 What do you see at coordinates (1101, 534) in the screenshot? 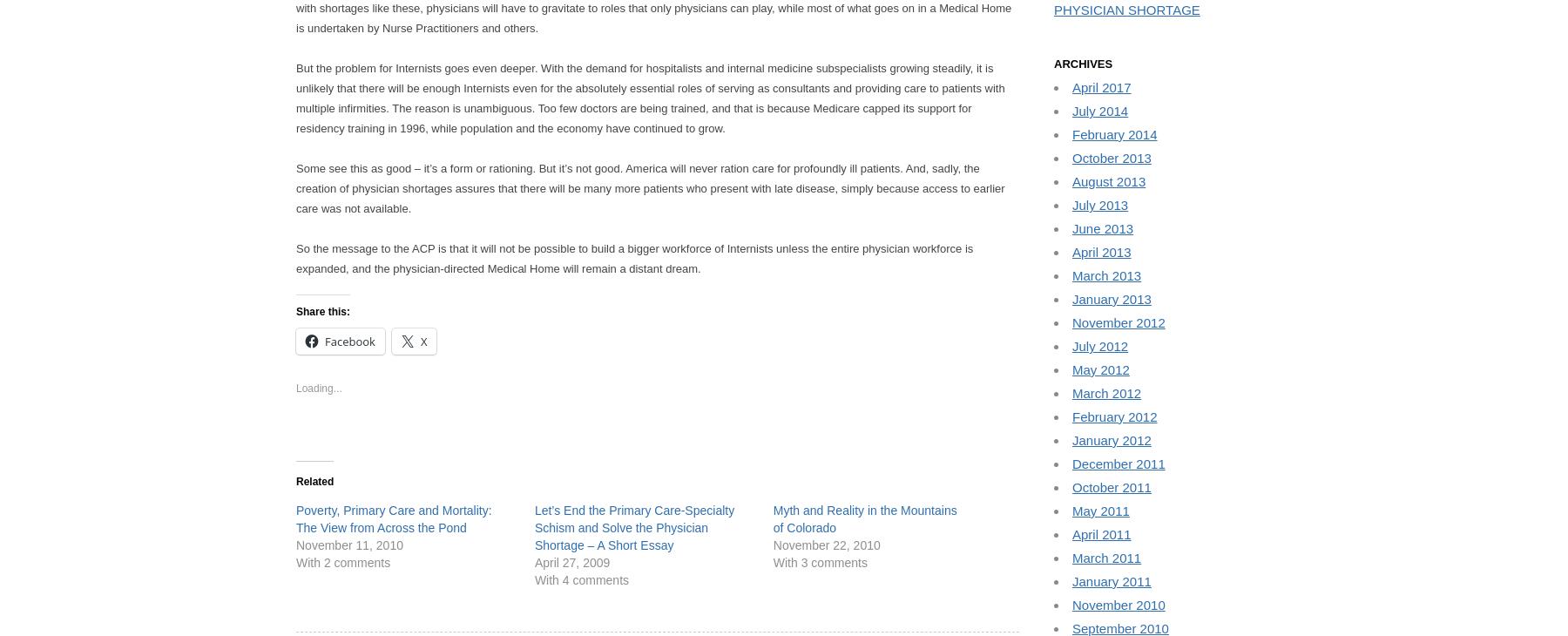
I see `'April 2011'` at bounding box center [1101, 534].